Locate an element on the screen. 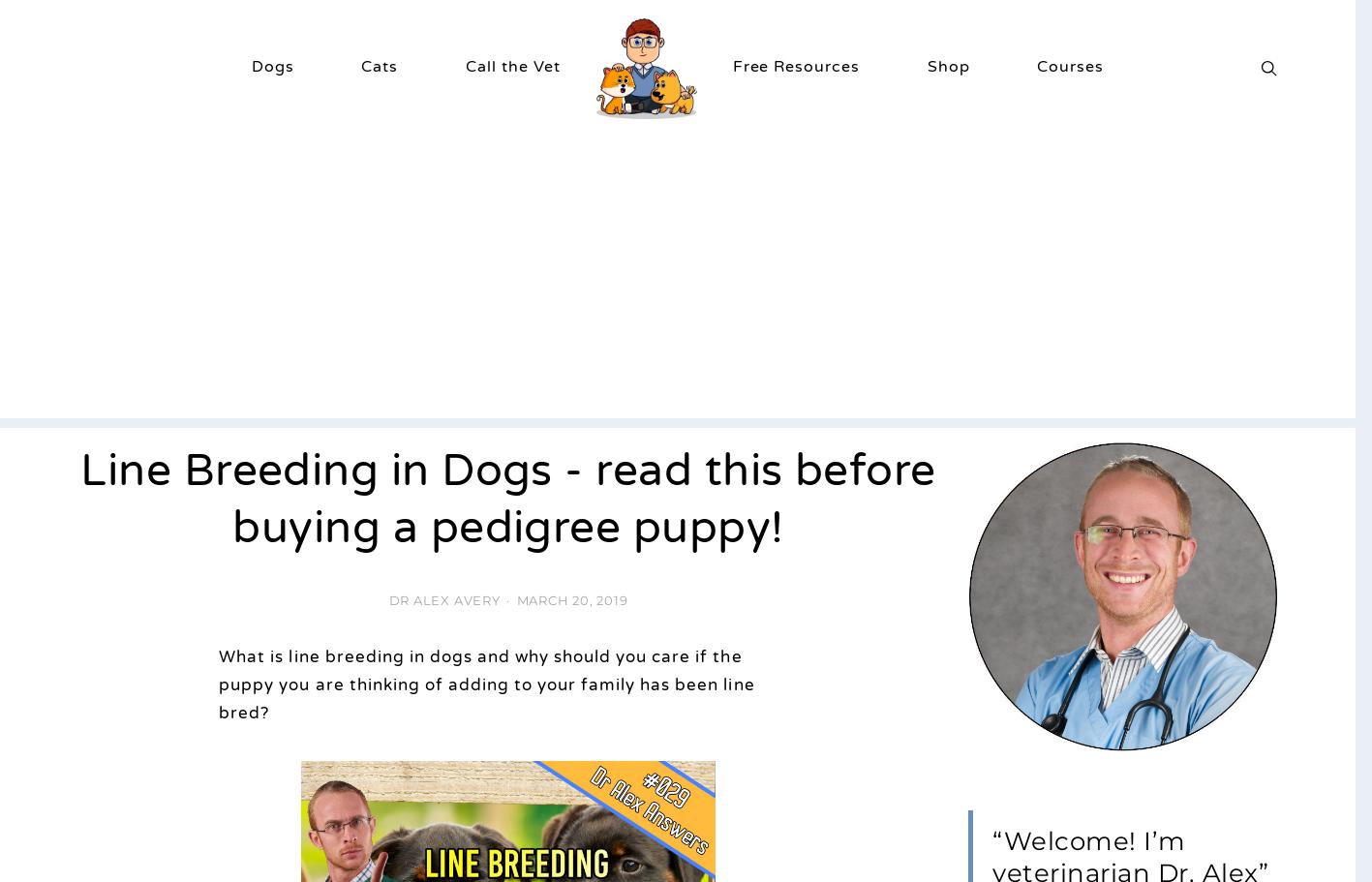  'Dogs' is located at coordinates (251, 64).